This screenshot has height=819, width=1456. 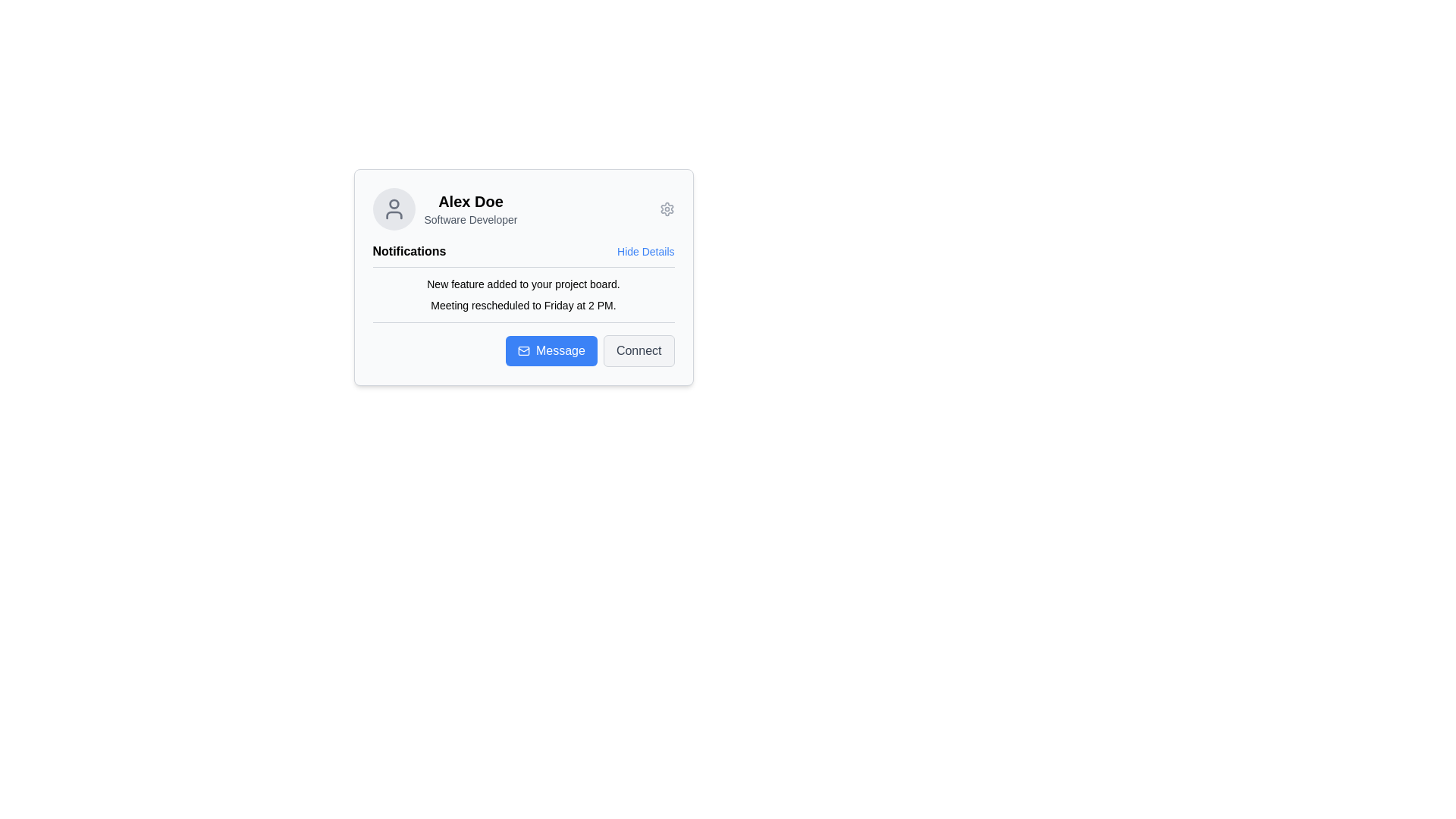 I want to click on text element displaying the name 'Alex Doe', which is positioned at the top left of the profile card layout, so click(x=469, y=201).